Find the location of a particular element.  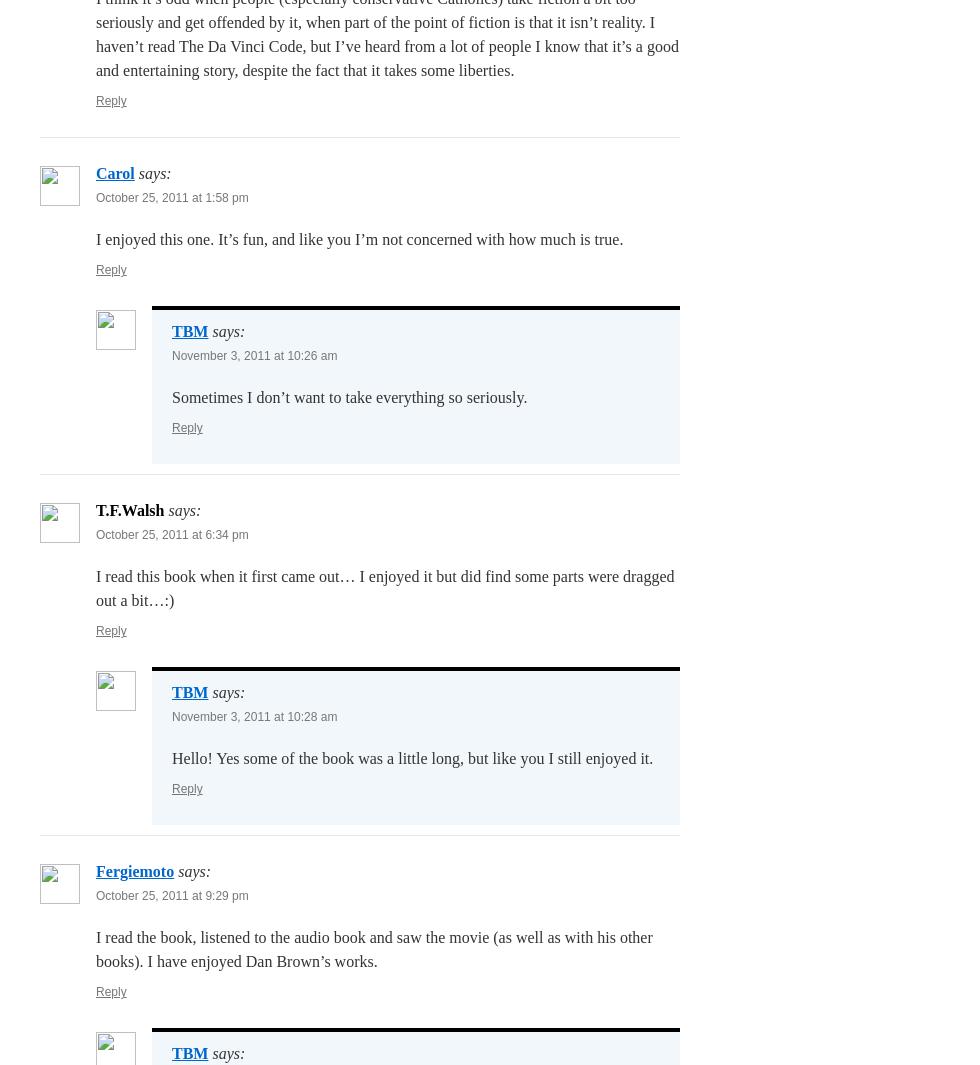

'Fergiemoto' is located at coordinates (135, 871).